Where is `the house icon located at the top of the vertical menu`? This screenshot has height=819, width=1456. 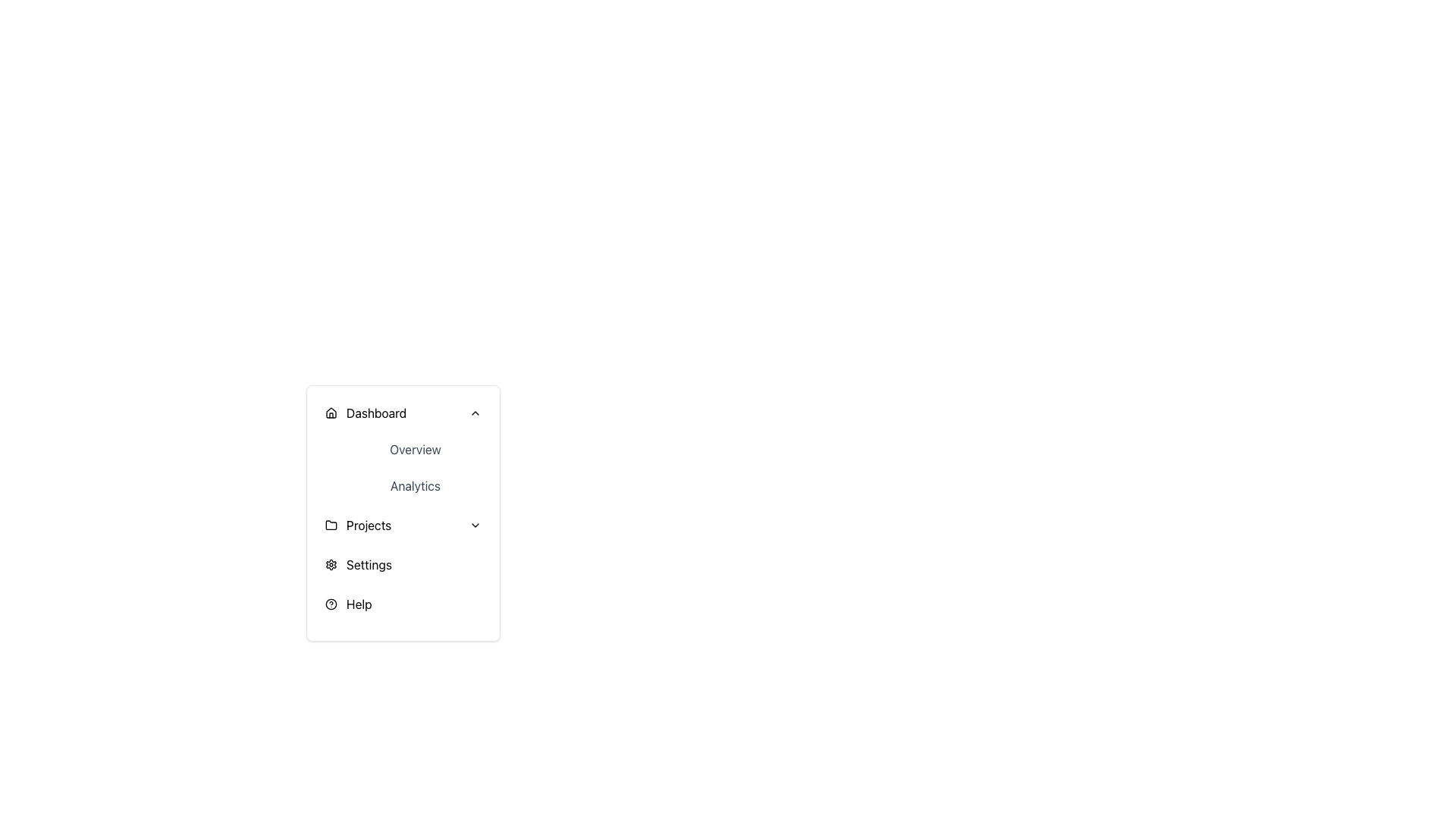 the house icon located at the top of the vertical menu is located at coordinates (330, 413).